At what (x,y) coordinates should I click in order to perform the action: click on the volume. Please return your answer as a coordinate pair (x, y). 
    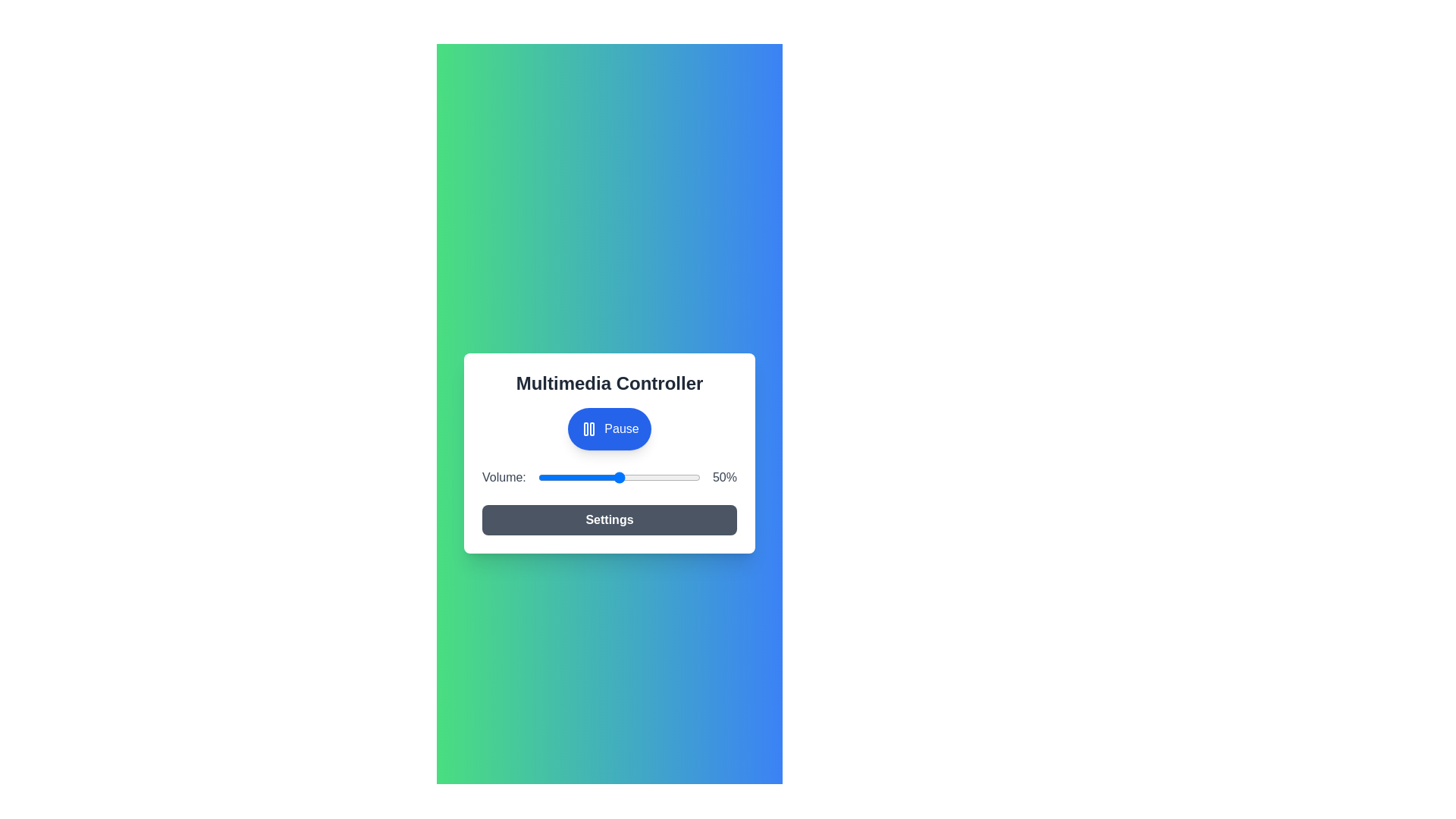
    Looking at the image, I should click on (563, 476).